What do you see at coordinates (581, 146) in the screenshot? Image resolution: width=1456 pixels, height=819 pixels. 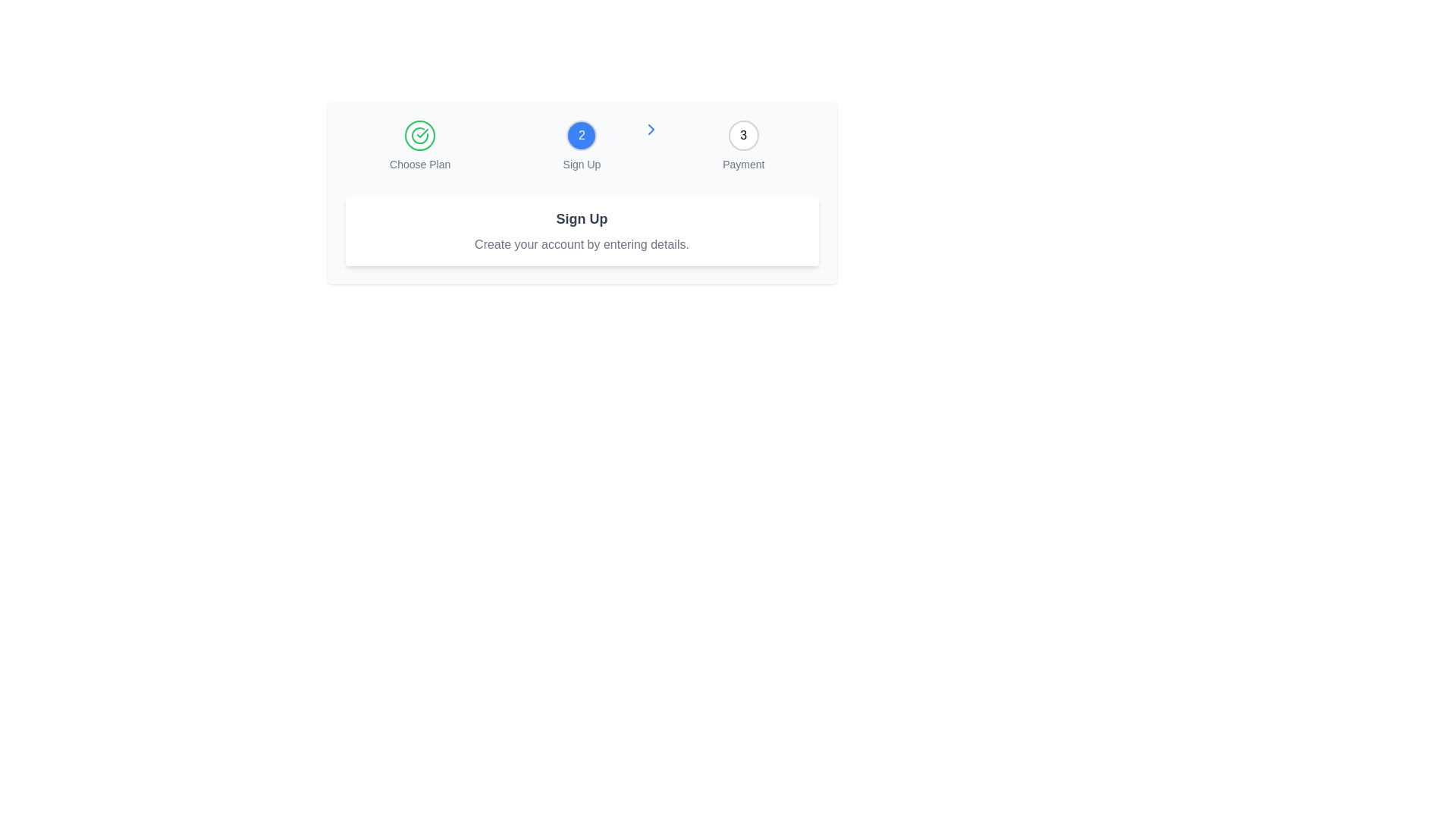 I see `the circular blue icon with the number '2' in white at its center for navigation, located above the 'Sign Up' text` at bounding box center [581, 146].